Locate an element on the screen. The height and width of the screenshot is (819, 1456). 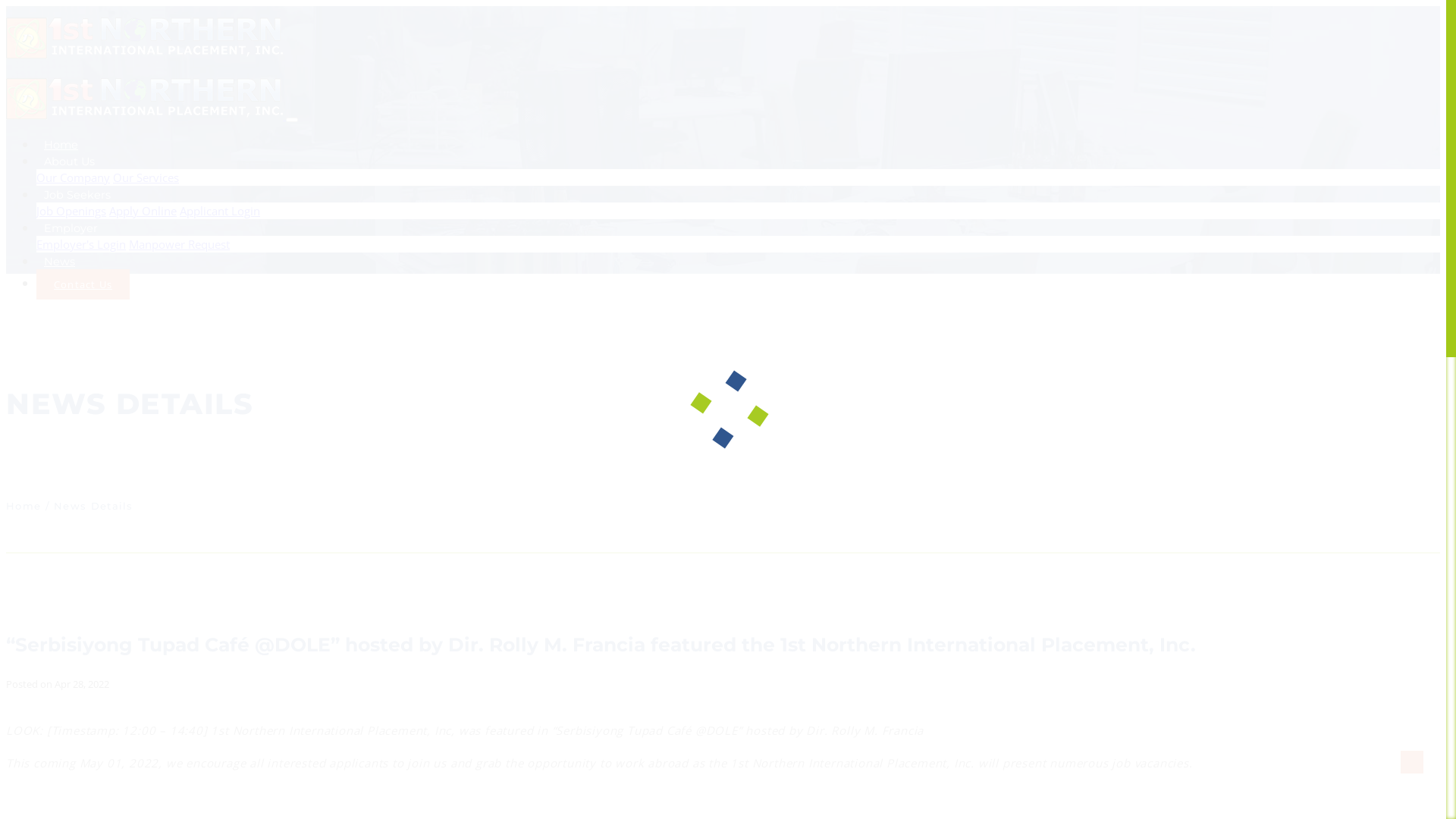
'Contact Us' is located at coordinates (82, 284).